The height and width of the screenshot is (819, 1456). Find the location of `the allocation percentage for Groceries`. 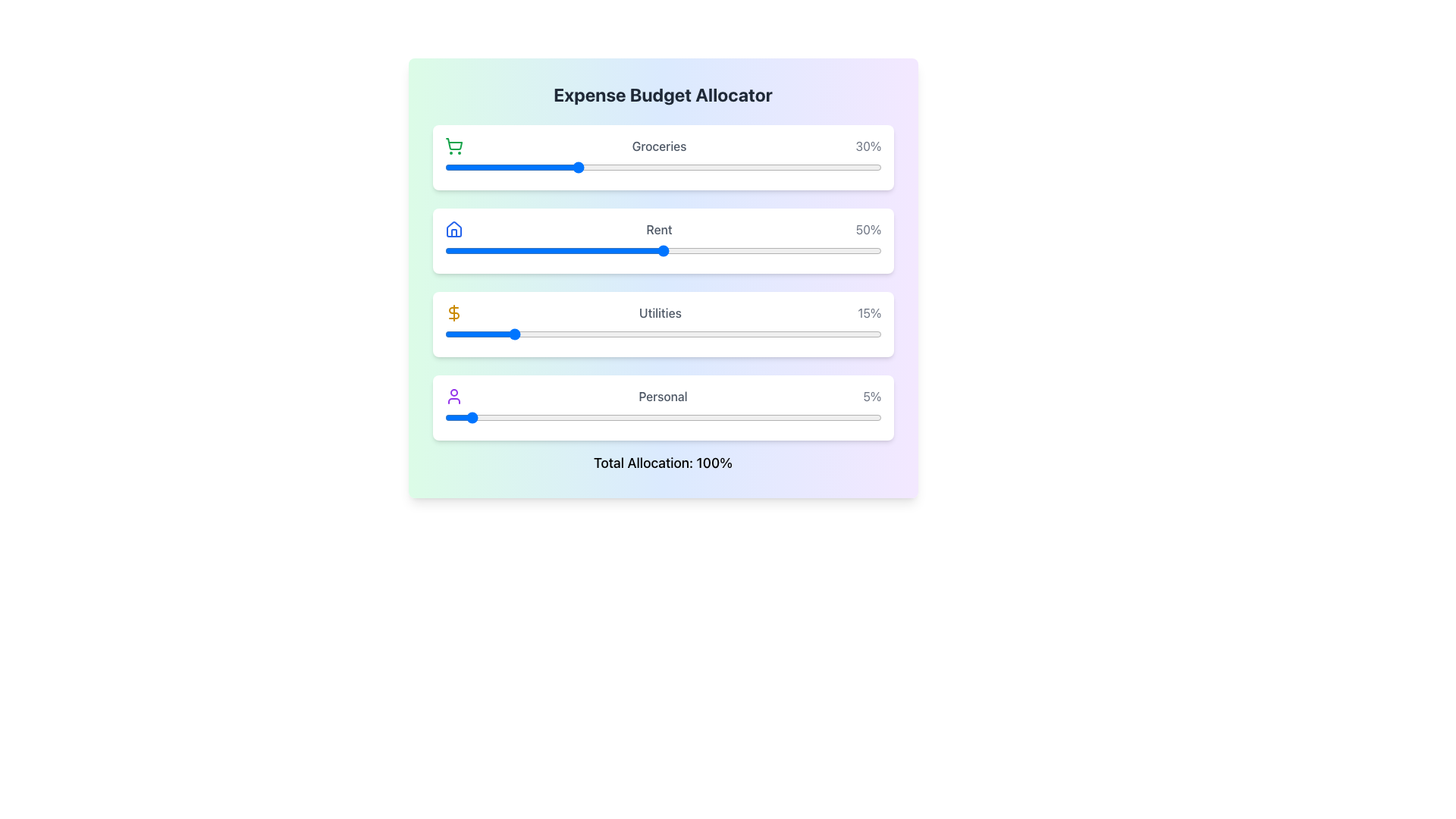

the allocation percentage for Groceries is located at coordinates (519, 167).